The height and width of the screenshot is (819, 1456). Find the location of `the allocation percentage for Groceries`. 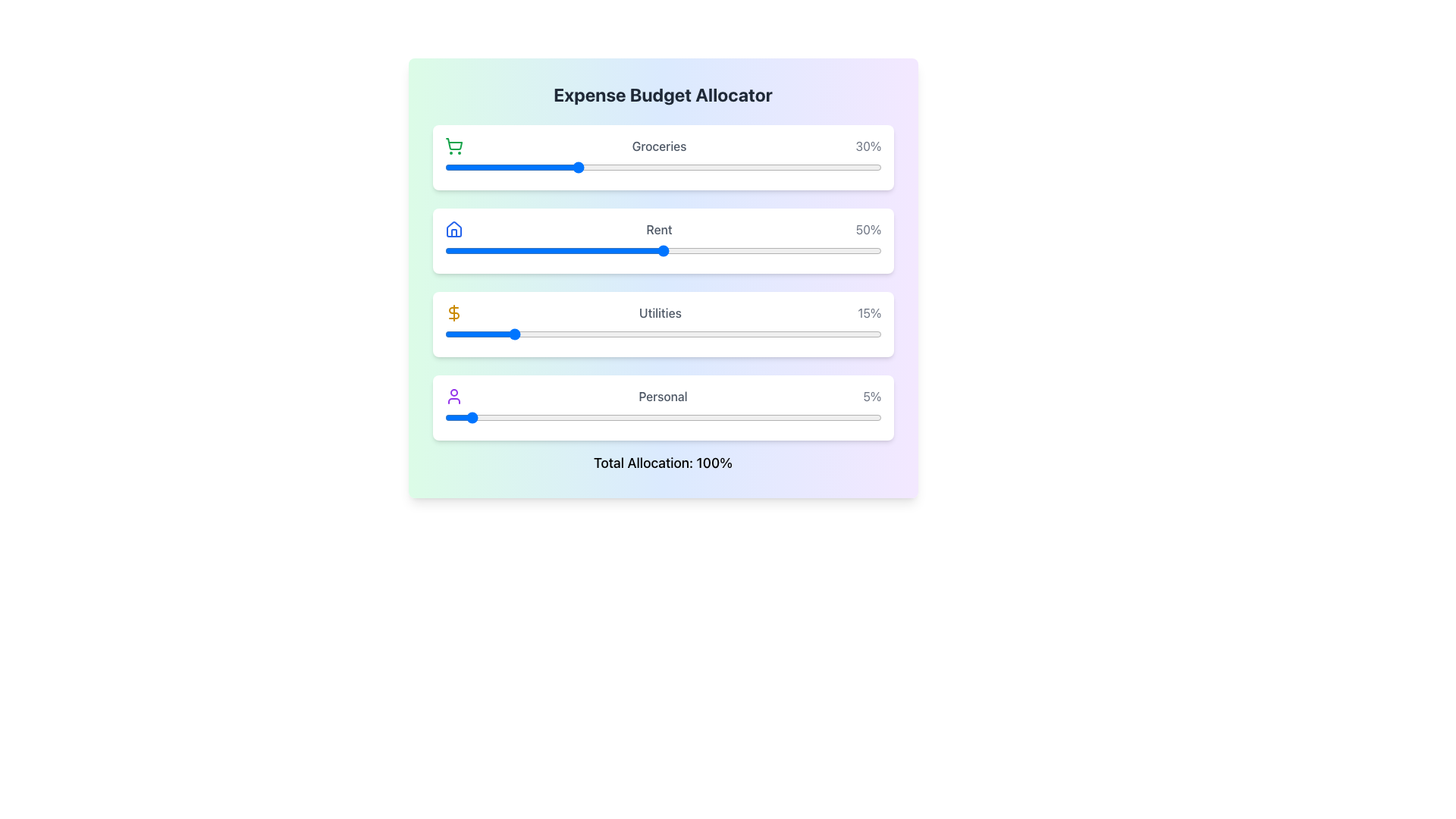

the allocation percentage for Groceries is located at coordinates (519, 167).